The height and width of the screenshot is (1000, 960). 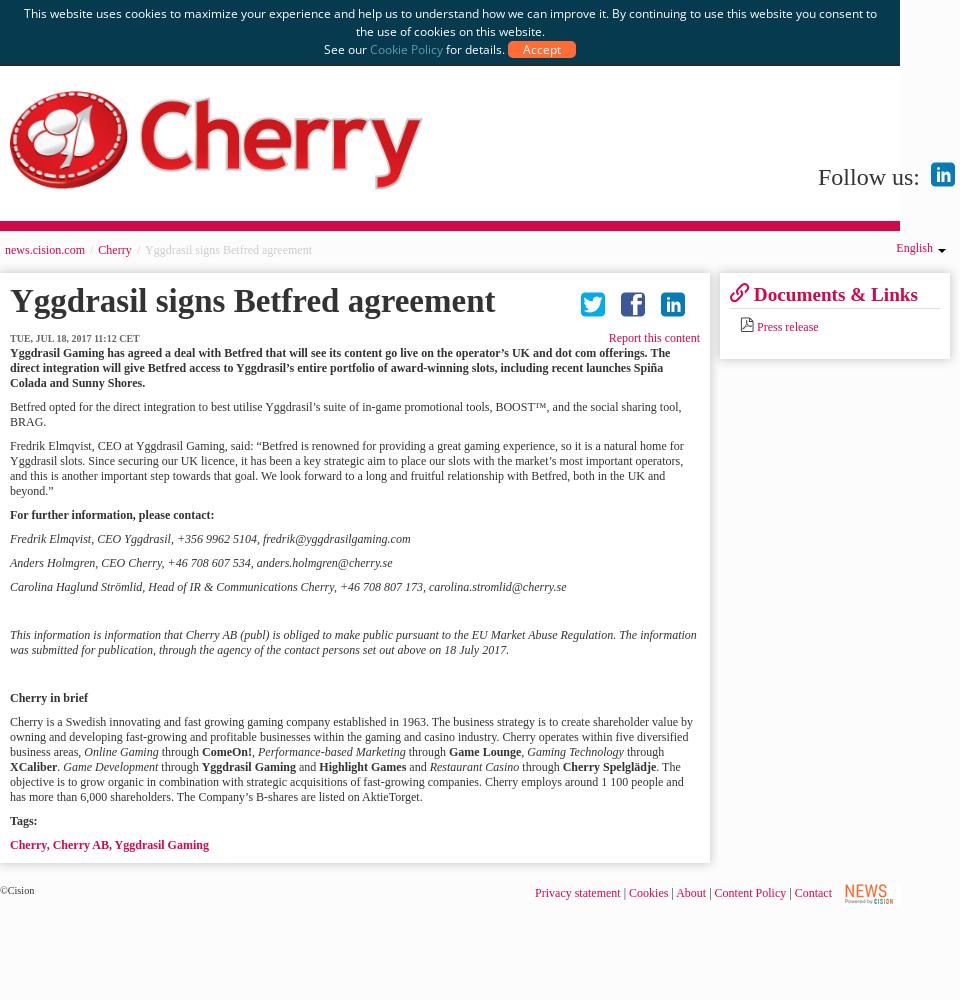 What do you see at coordinates (352, 642) in the screenshot?
I see `'This information is information that Cherry AB (publ) is obliged to make public pursuant to the EU Market Abuse Regulation. The information was submitted for publication, through the agency of the contact persons set out above on 18 July 2017.'` at bounding box center [352, 642].